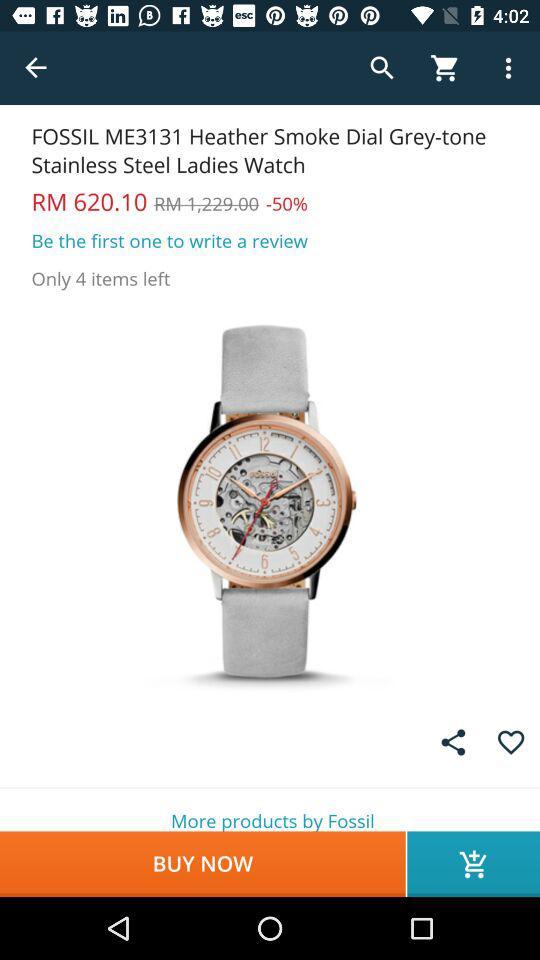  Describe the element at coordinates (453, 741) in the screenshot. I see `share the product` at that location.